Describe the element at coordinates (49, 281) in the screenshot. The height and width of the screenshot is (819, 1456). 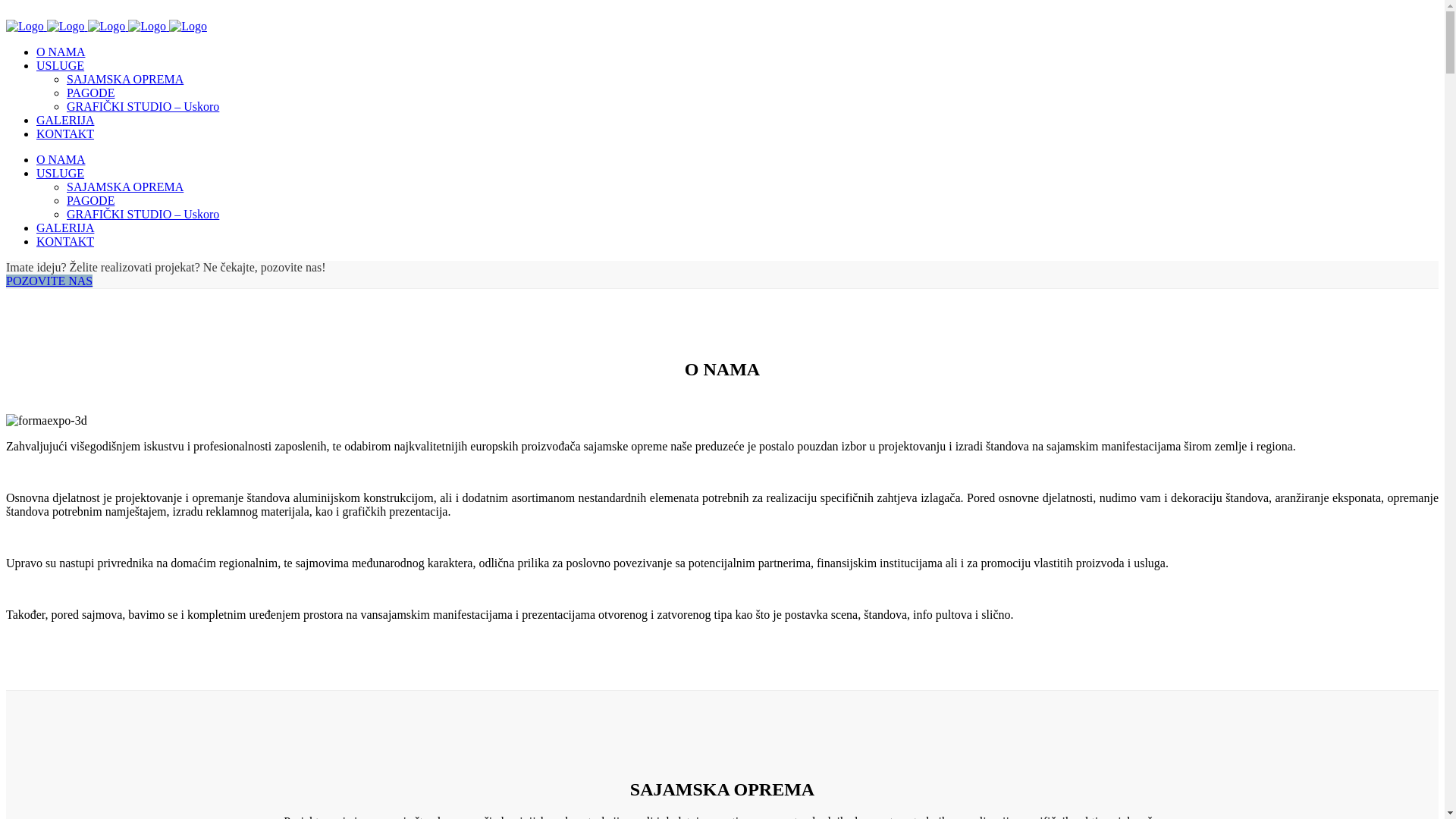
I see `'POZOVITE NAS'` at that location.